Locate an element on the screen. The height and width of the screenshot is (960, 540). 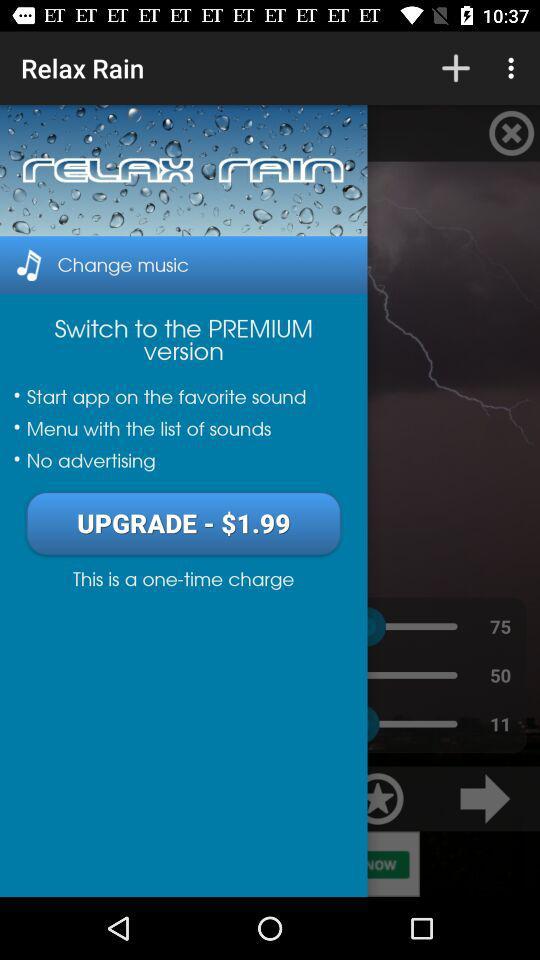
the star icon is located at coordinates (377, 798).